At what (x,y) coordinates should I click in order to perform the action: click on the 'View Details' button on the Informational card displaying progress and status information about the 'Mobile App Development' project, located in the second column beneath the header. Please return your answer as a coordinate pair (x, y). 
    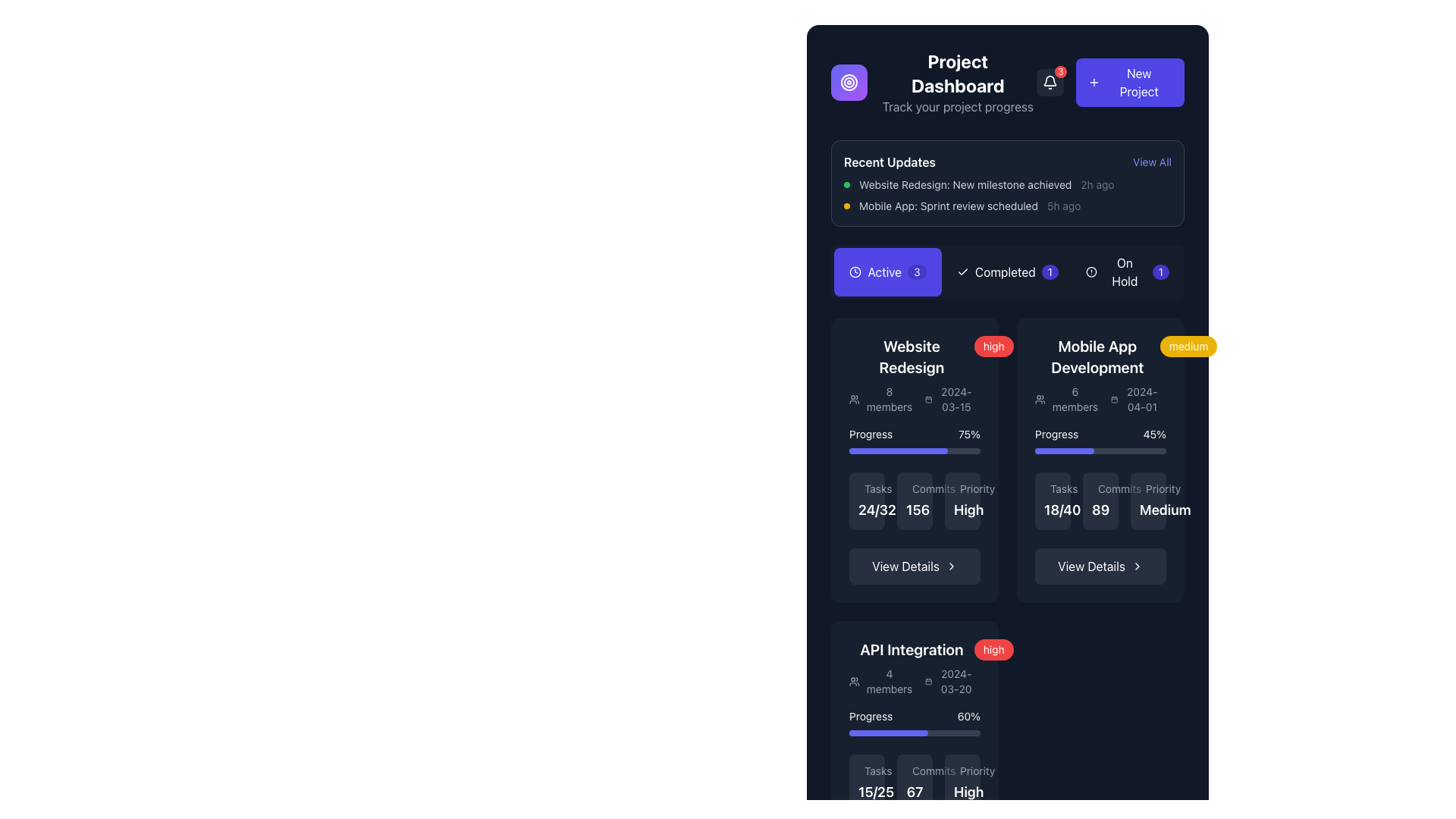
    Looking at the image, I should click on (1100, 459).